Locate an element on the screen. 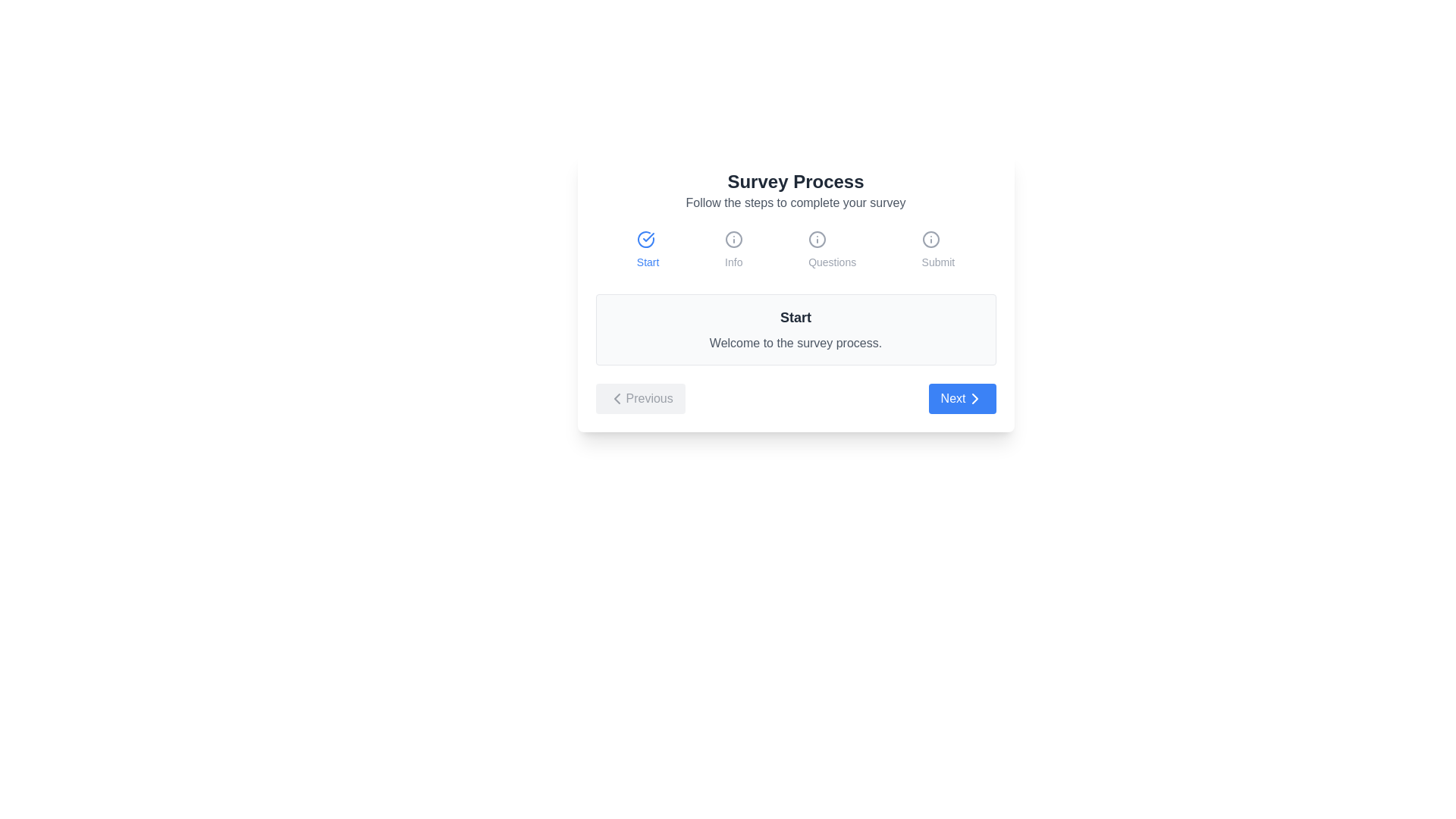 The image size is (1456, 819). the text label that provides context for an adjacent element, located directly below a checkmark icon in a step-process UI layout is located at coordinates (648, 262).